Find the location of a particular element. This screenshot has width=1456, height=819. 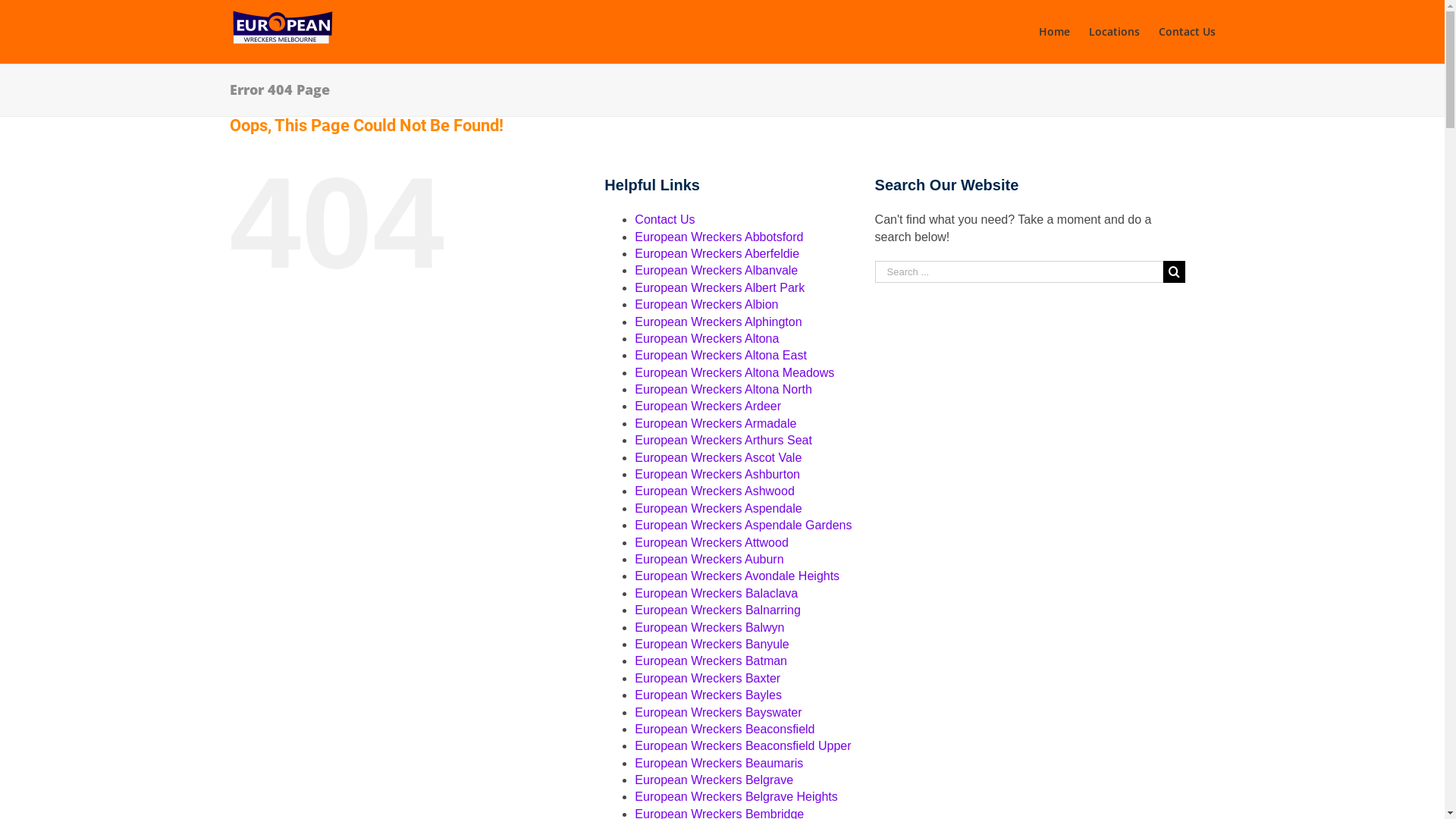

'European Wreckers Ardeer' is located at coordinates (707, 405).